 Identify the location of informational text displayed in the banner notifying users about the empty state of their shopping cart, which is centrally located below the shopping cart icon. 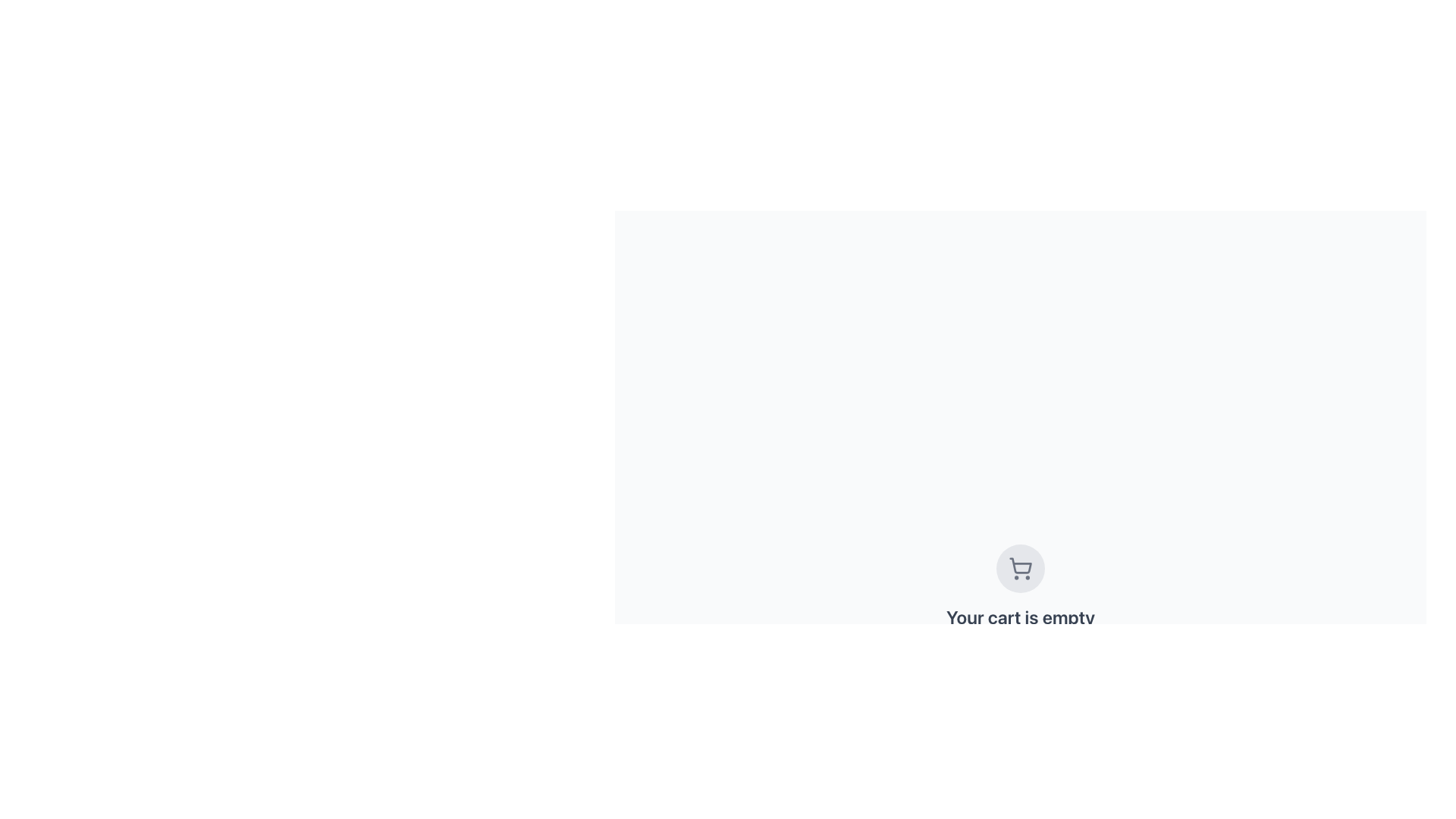
(1020, 617).